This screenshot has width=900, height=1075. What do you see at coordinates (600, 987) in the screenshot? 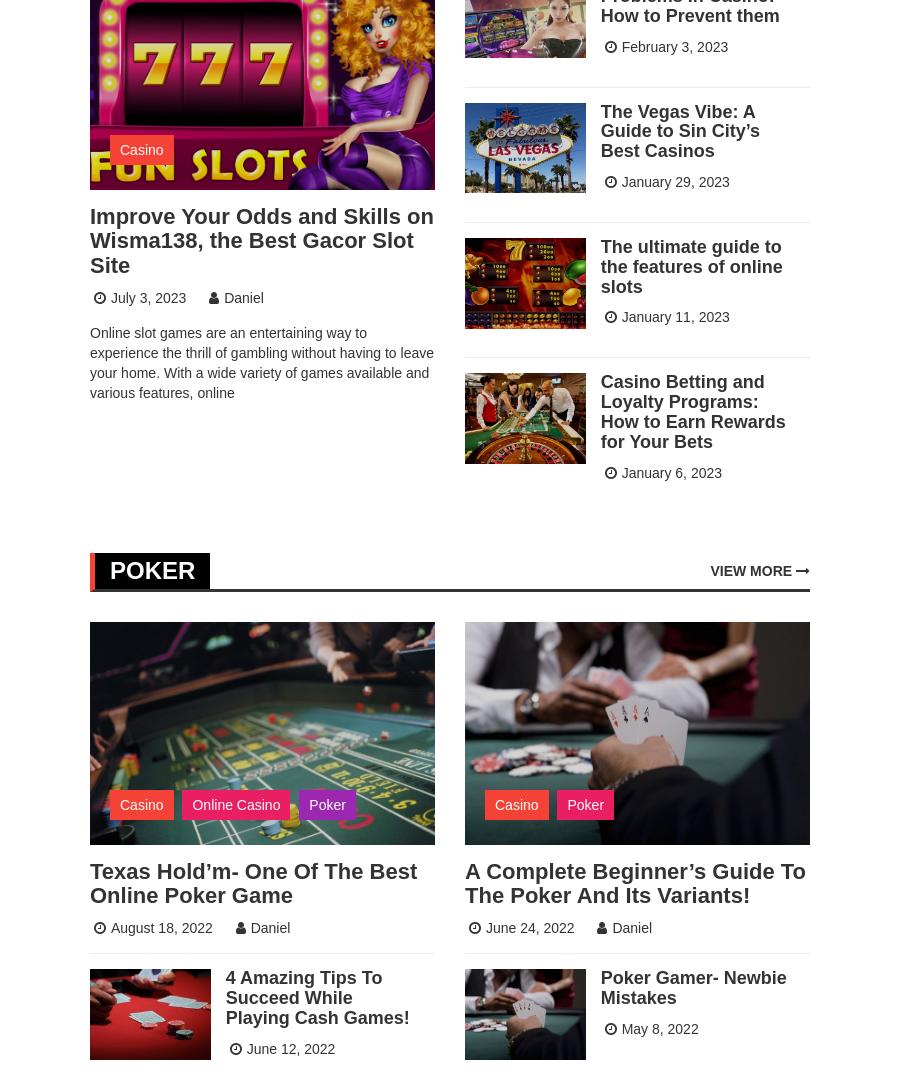
I see `'Poker Gamer- Newbie Mistakes'` at bounding box center [600, 987].